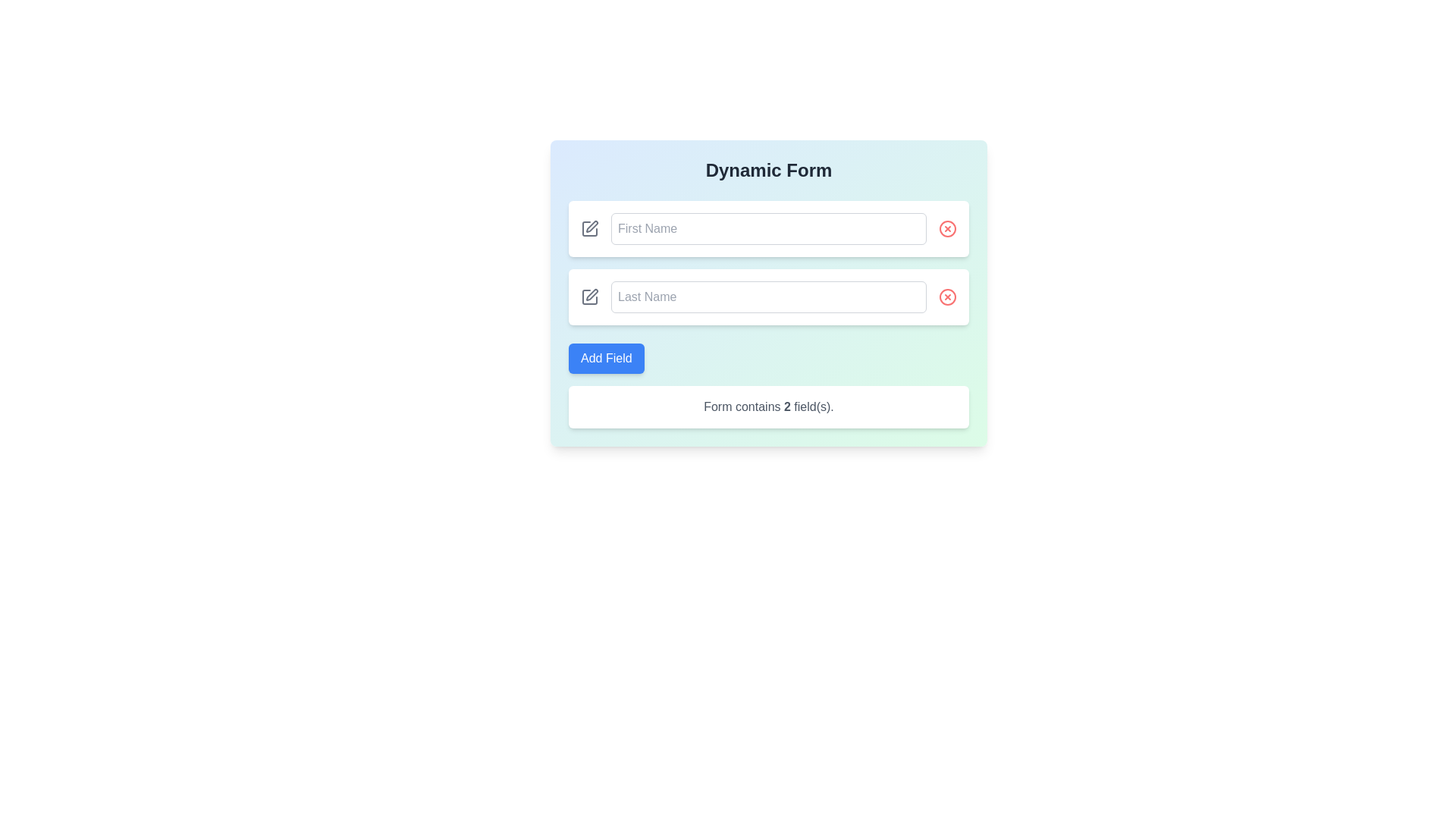  What do you see at coordinates (605, 359) in the screenshot?
I see `the button below the 'First Name' and 'Last Name' input fields` at bounding box center [605, 359].